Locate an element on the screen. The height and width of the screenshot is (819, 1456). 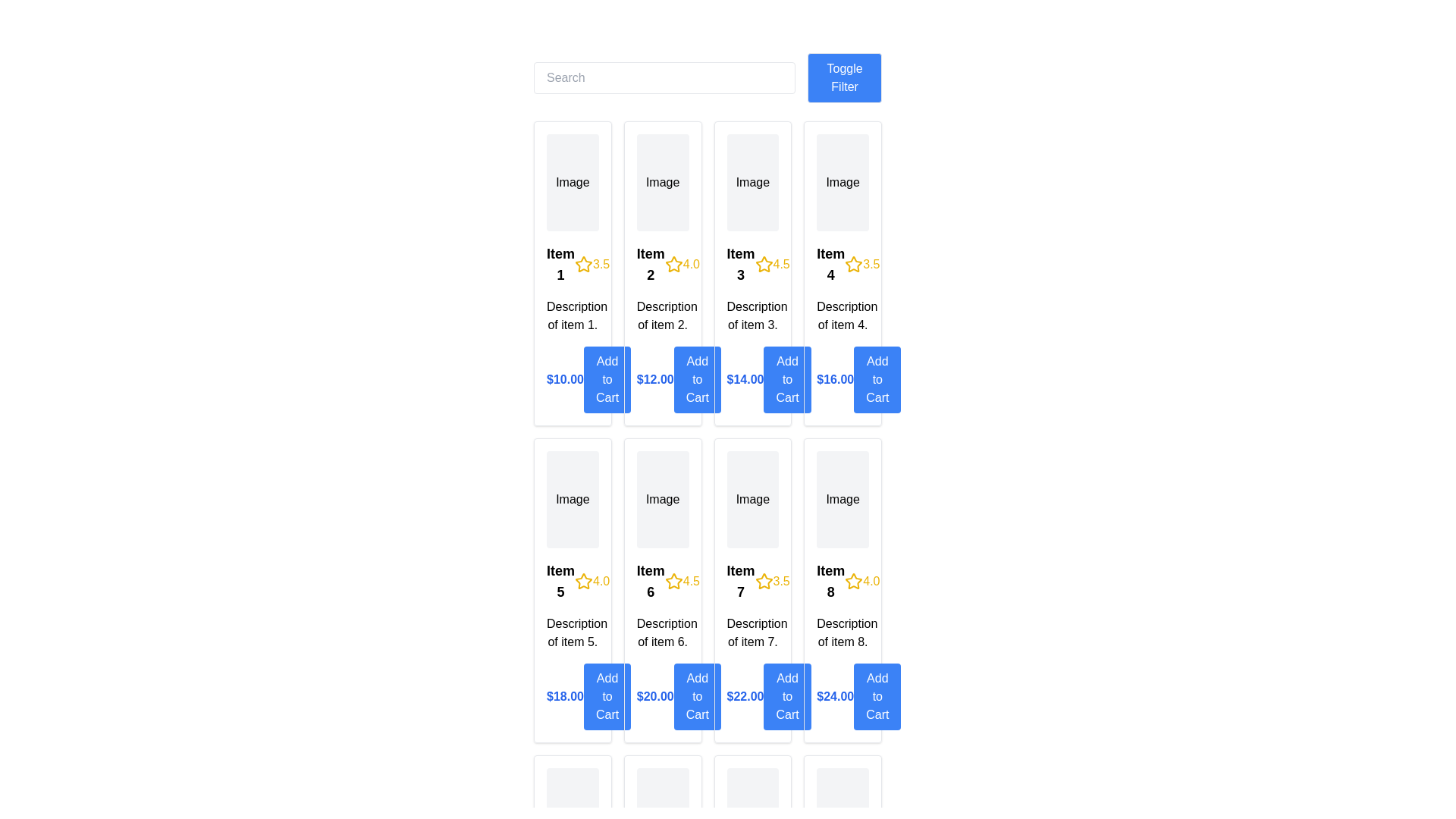
the price text label located above the blue 'Add to Cart' button and below the description of 'Item 1' in the lower portion of the first product panel is located at coordinates (564, 379).